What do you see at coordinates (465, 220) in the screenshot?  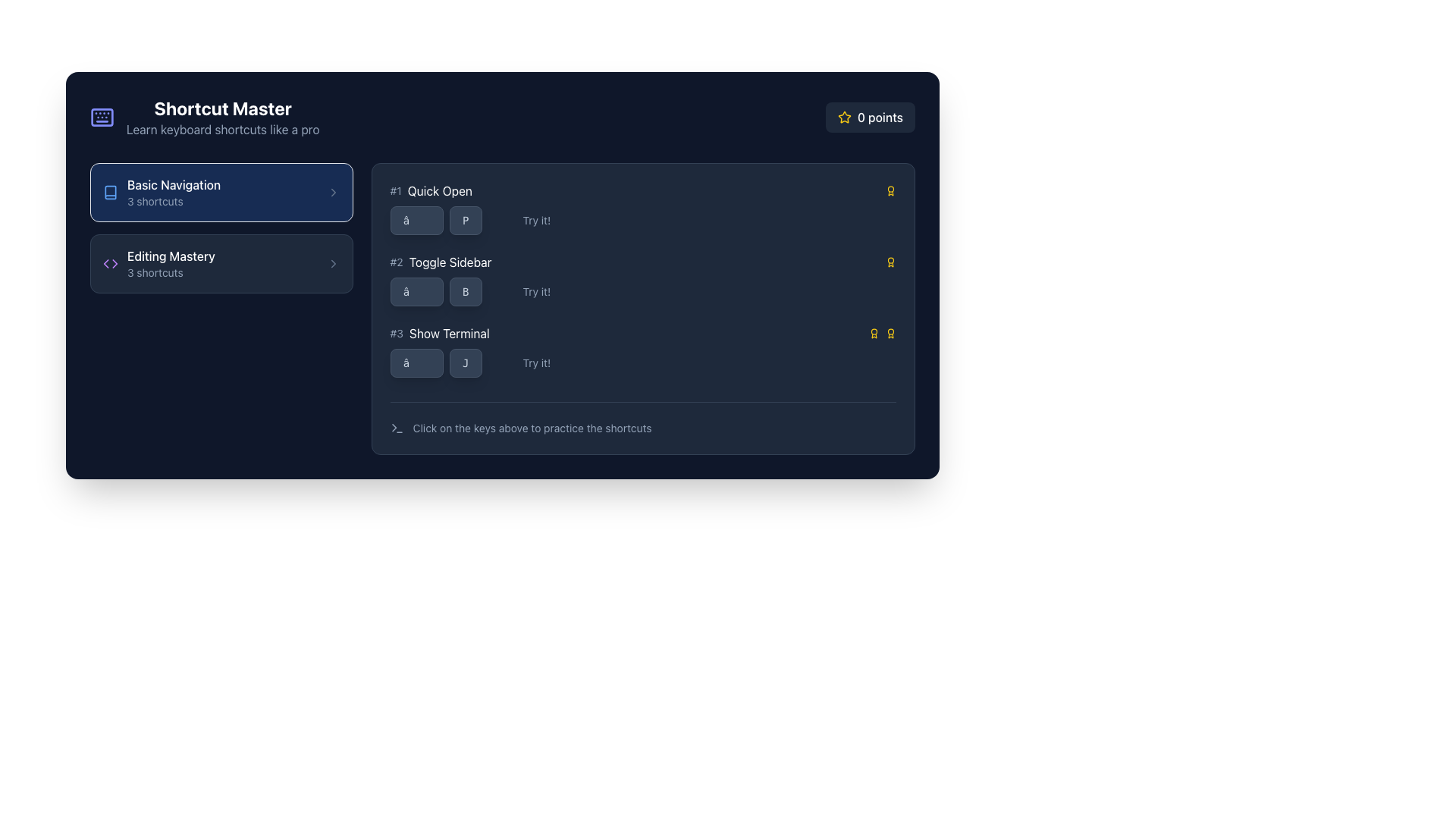 I see `the interactive button representing the 'P' key in the 'Quick Open' shortcut row, positioned to the right of the '⌘' button` at bounding box center [465, 220].